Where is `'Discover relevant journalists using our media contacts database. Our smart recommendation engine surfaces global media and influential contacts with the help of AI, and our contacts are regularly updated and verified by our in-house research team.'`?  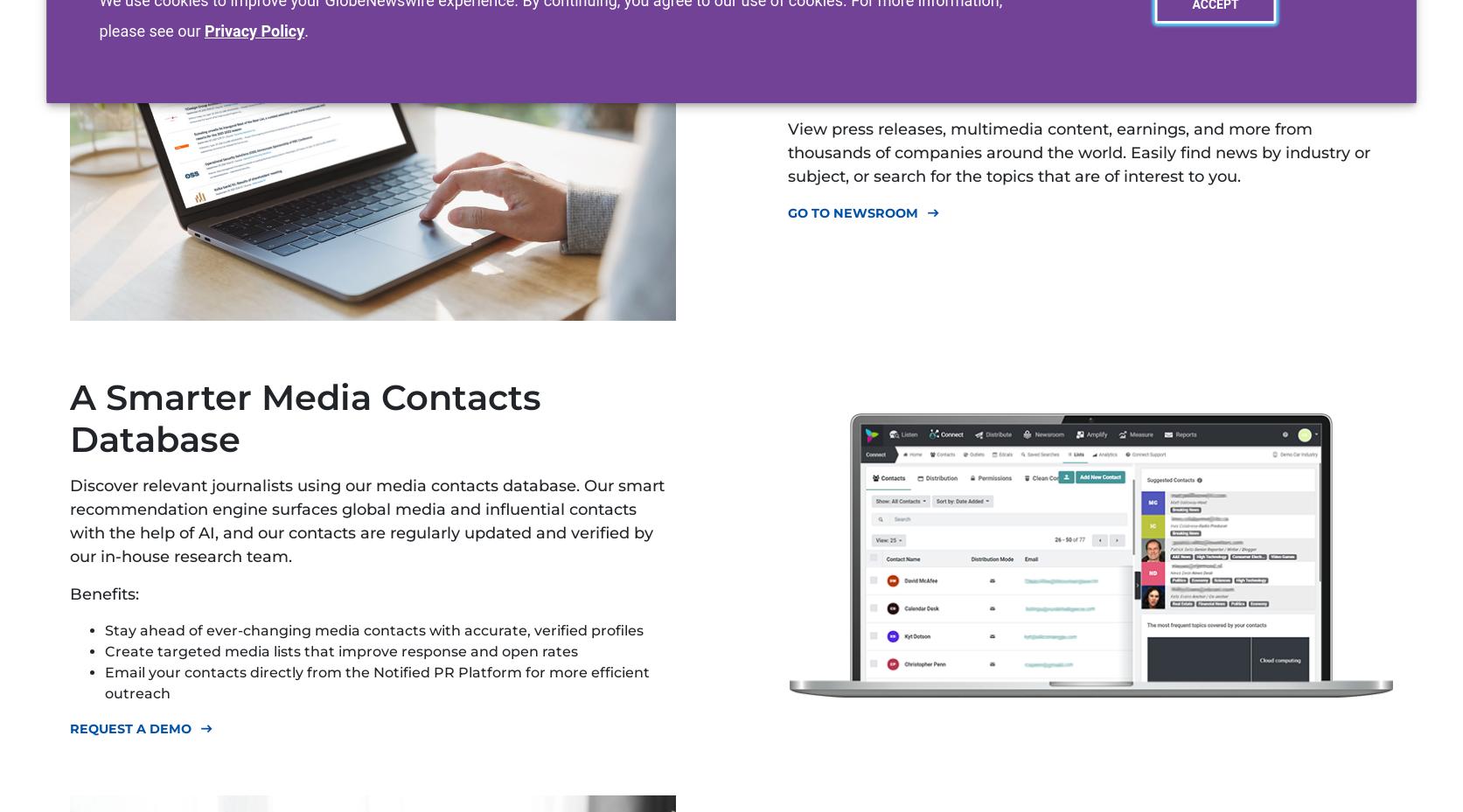 'Discover relevant journalists using our media contacts database. Our smart recommendation engine surfaces global media and influential contacts with the help of AI, and our contacts are regularly updated and verified by our in-house research team.' is located at coordinates (366, 520).